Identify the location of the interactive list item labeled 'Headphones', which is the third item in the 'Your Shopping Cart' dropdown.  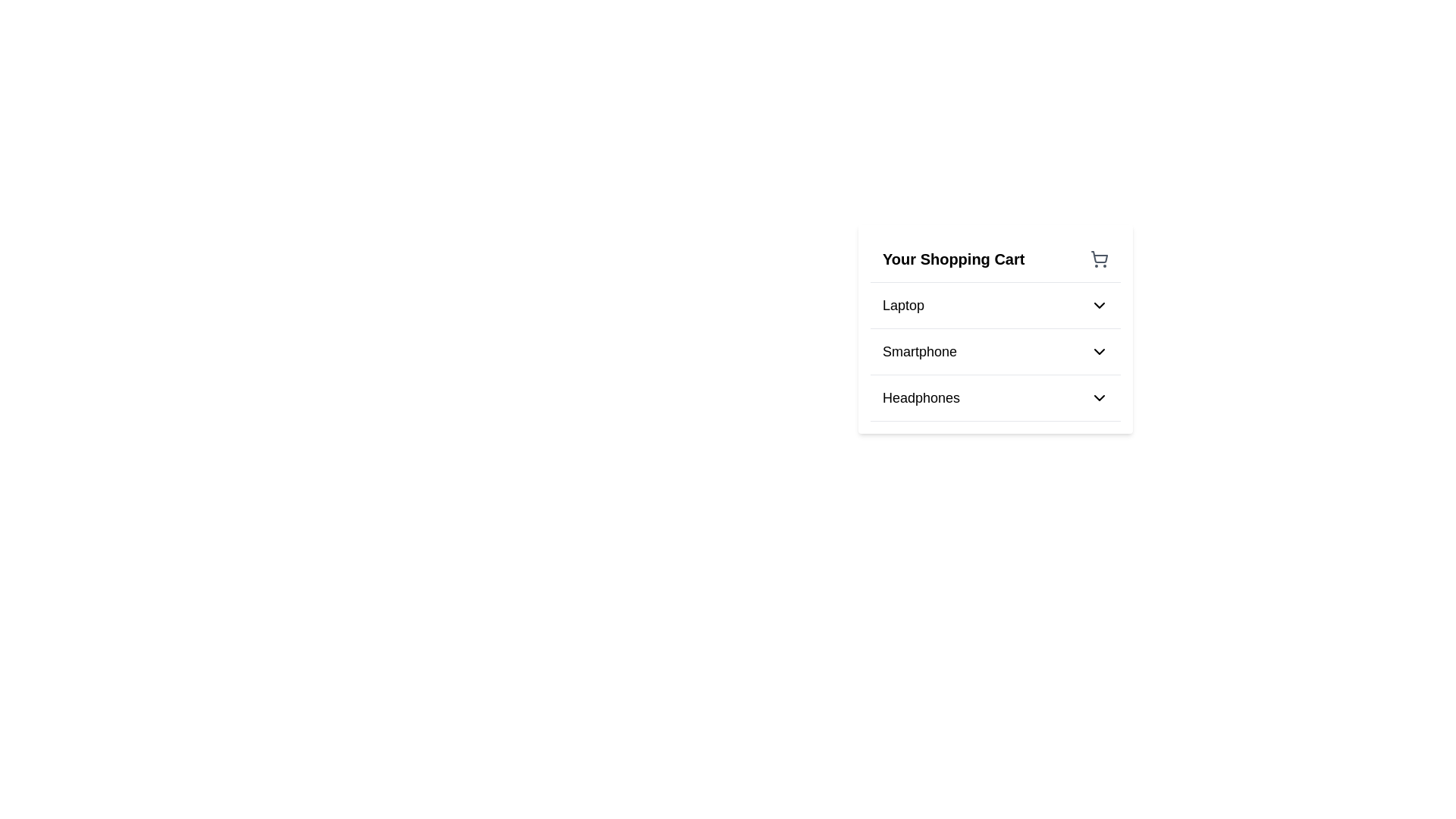
(996, 397).